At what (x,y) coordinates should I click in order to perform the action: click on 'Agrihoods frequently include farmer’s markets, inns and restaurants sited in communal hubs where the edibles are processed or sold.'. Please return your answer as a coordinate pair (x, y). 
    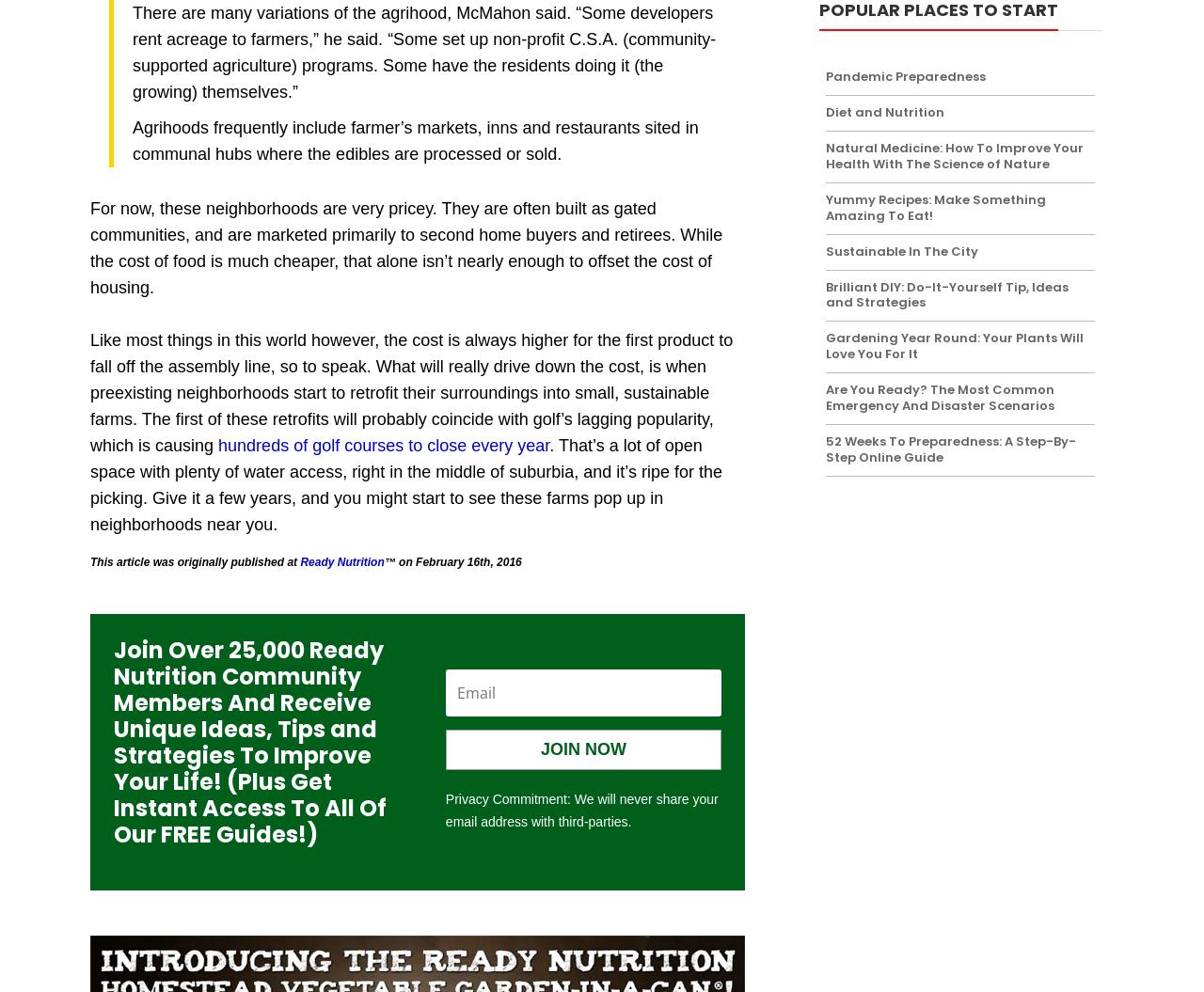
    Looking at the image, I should click on (132, 141).